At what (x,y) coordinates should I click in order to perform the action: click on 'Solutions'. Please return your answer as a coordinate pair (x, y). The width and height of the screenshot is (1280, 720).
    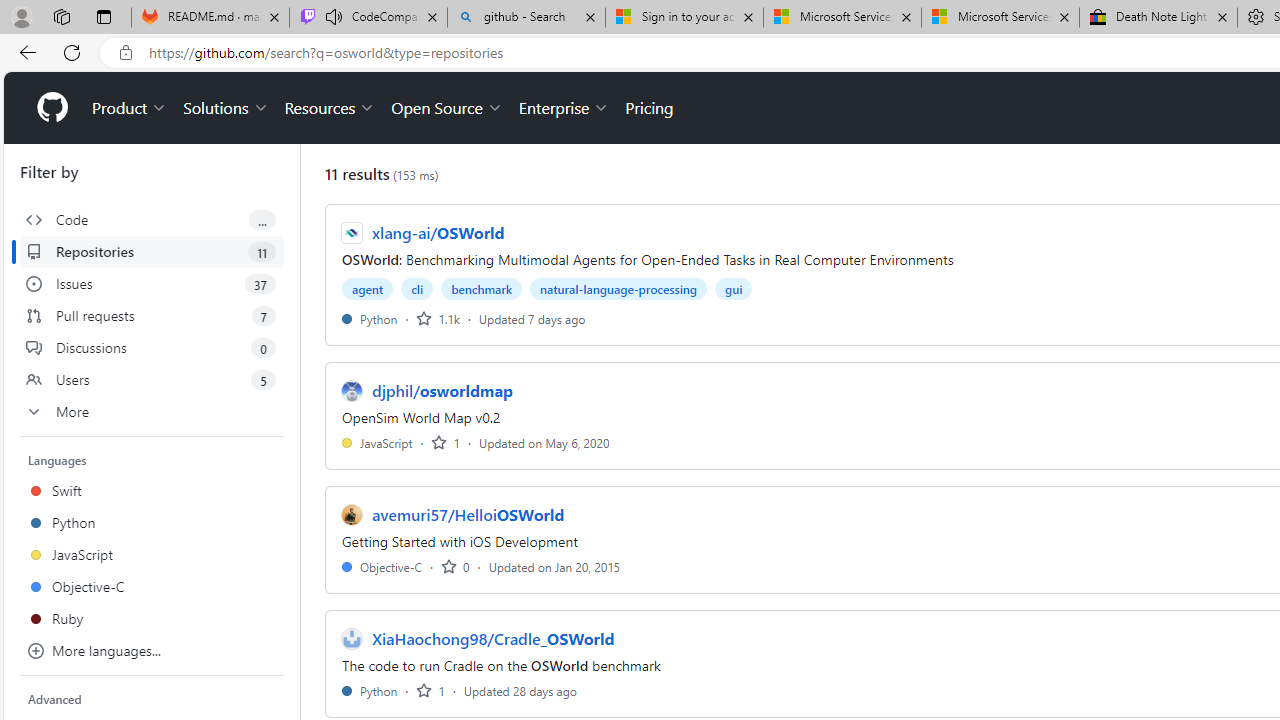
    Looking at the image, I should click on (225, 108).